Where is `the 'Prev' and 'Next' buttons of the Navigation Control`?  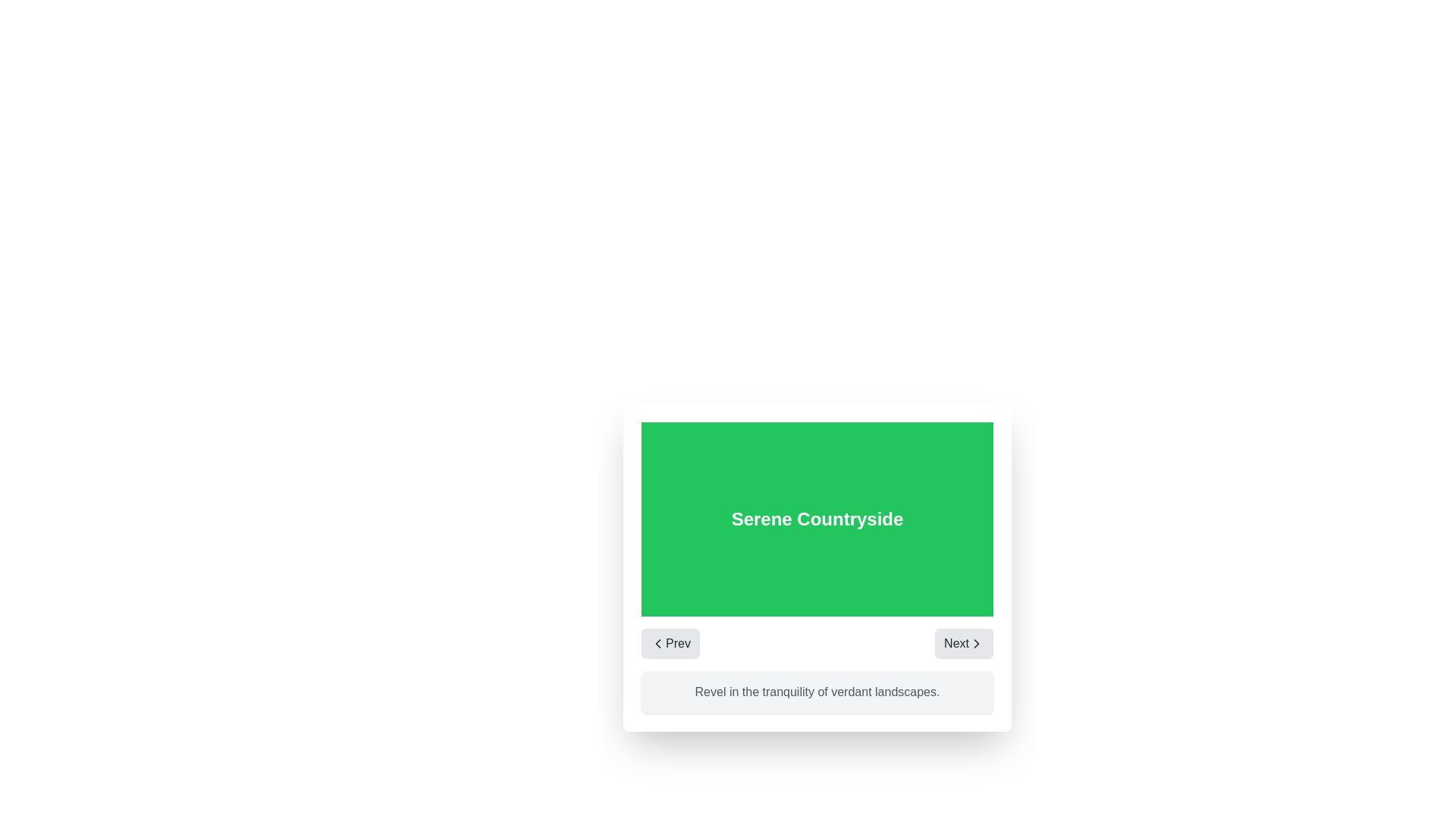 the 'Prev' and 'Next' buttons of the Navigation Control is located at coordinates (817, 643).